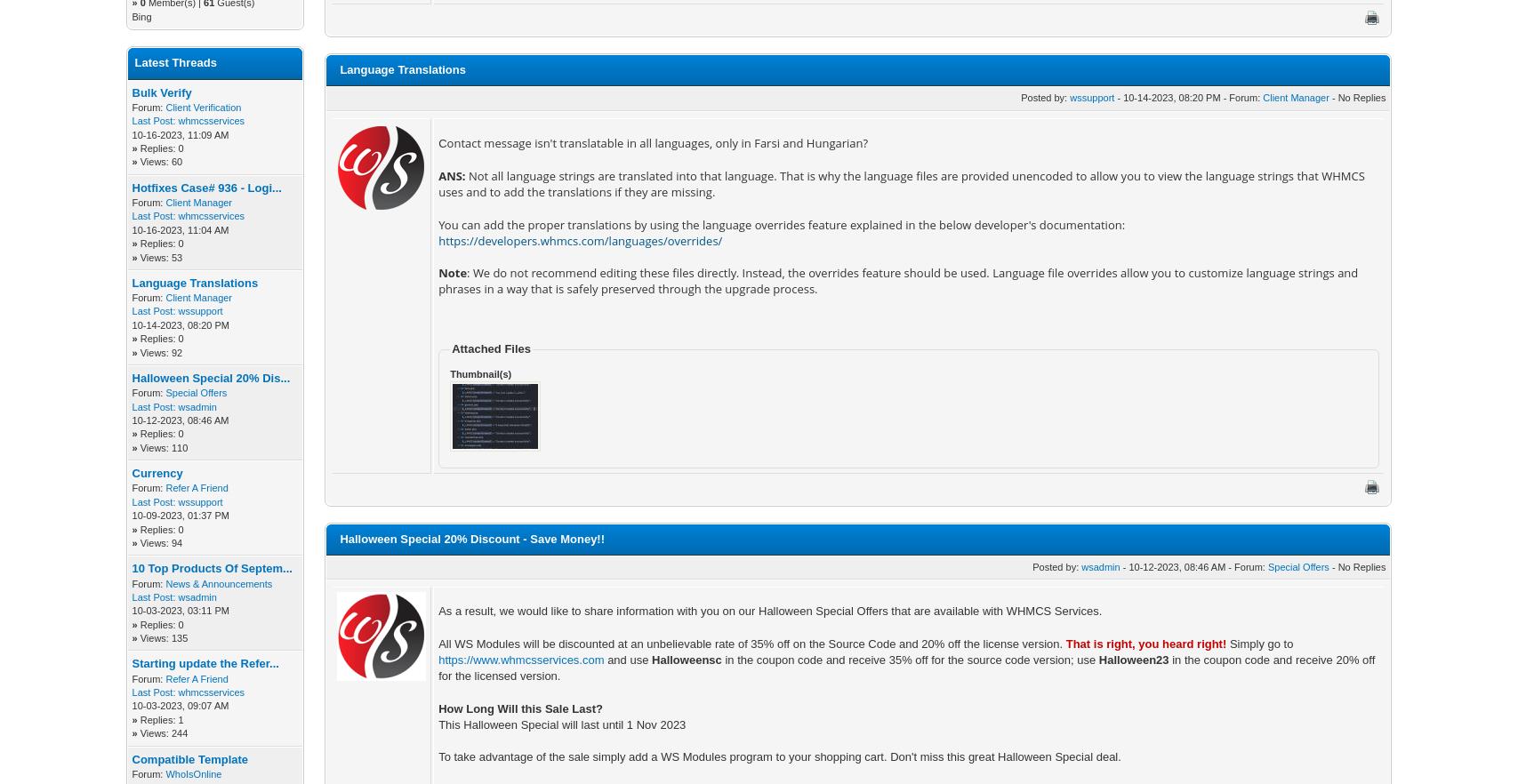  What do you see at coordinates (751, 643) in the screenshot?
I see `'All WS Modules will be discounted at an unbelievable rate of 35% off on the Source Code and 20% off the license version.'` at bounding box center [751, 643].